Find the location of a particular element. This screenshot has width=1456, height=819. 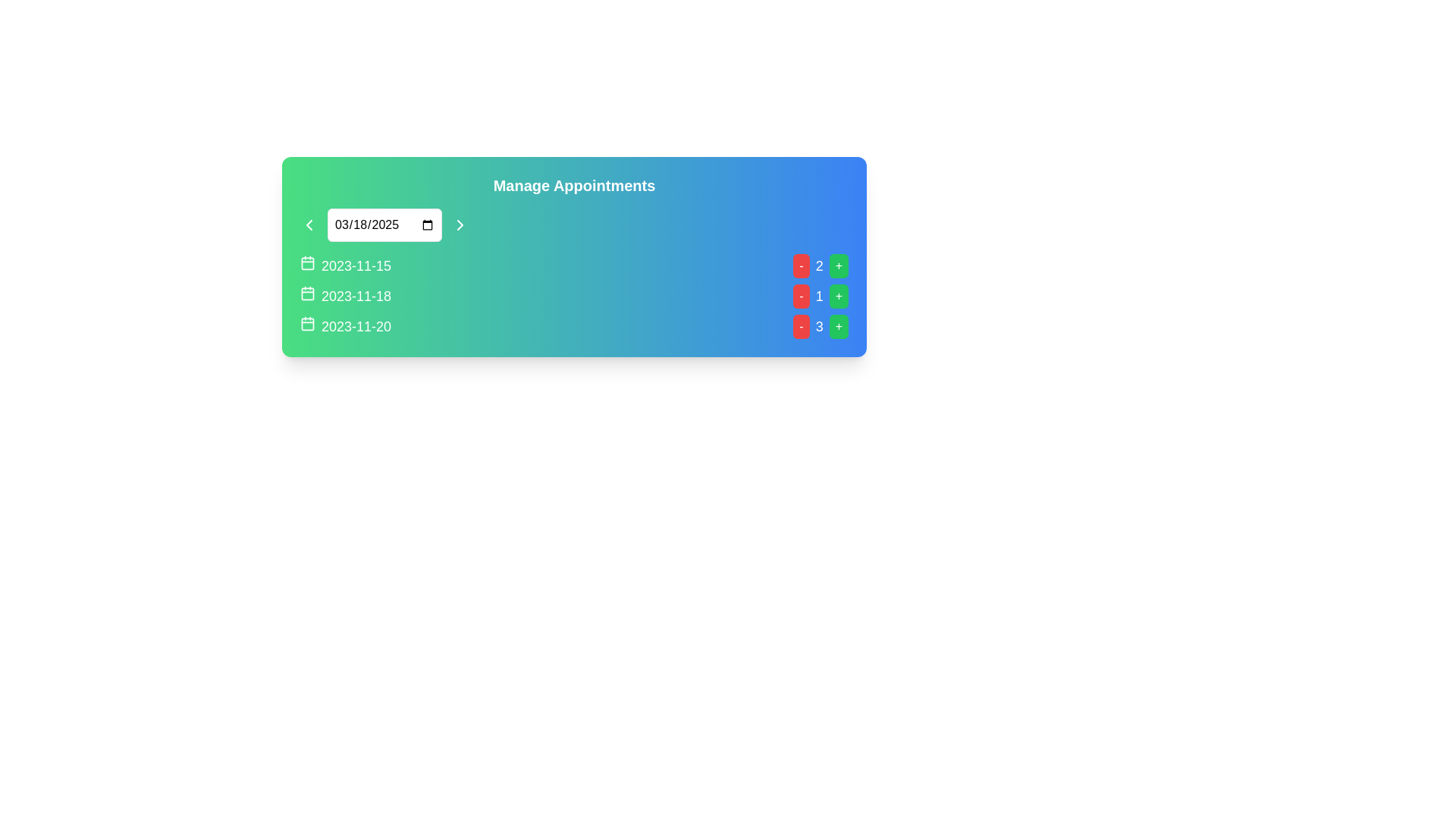

the static text element that displays the current numeric value, located between the decrement (-) red button and the increment (+) green button is located at coordinates (818, 296).